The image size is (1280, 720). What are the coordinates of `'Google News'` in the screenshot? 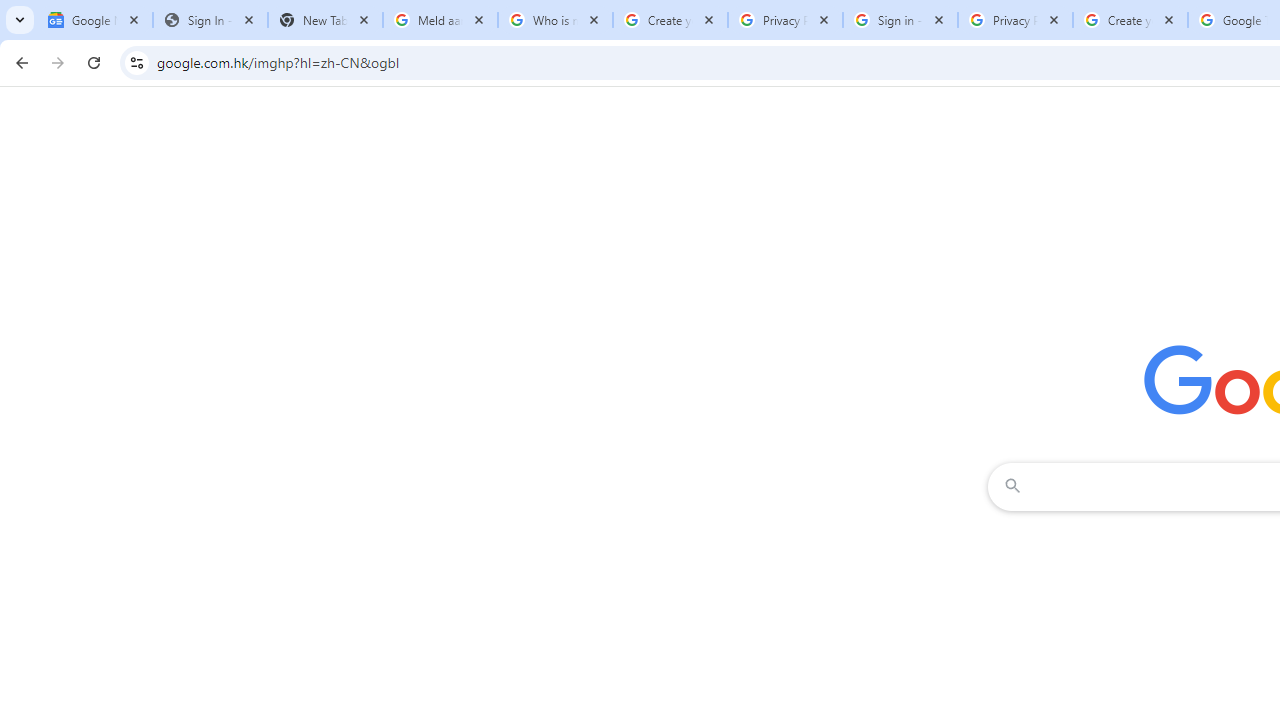 It's located at (94, 20).